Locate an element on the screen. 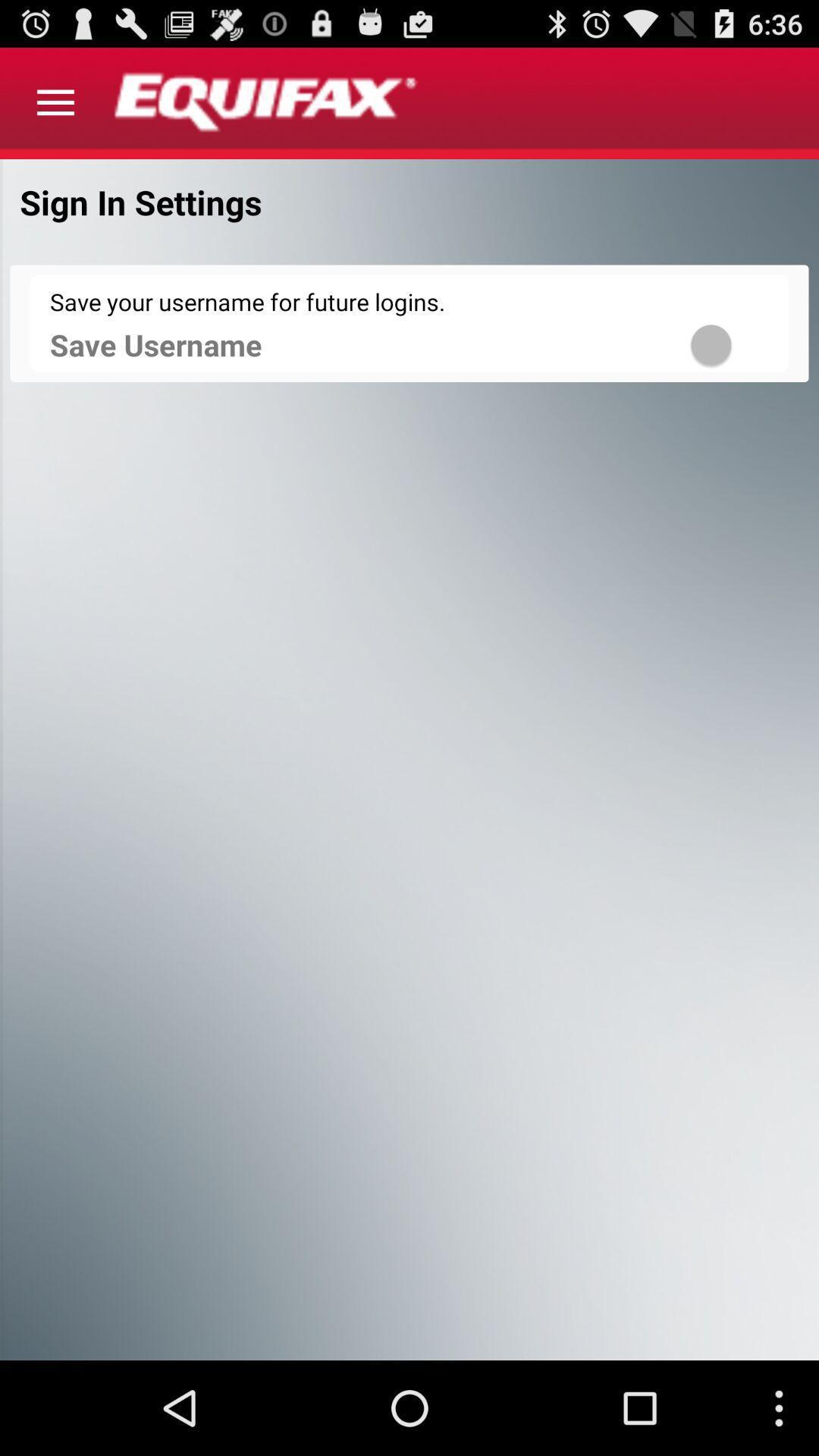 This screenshot has height=1456, width=819. the item to the right of save username is located at coordinates (730, 344).